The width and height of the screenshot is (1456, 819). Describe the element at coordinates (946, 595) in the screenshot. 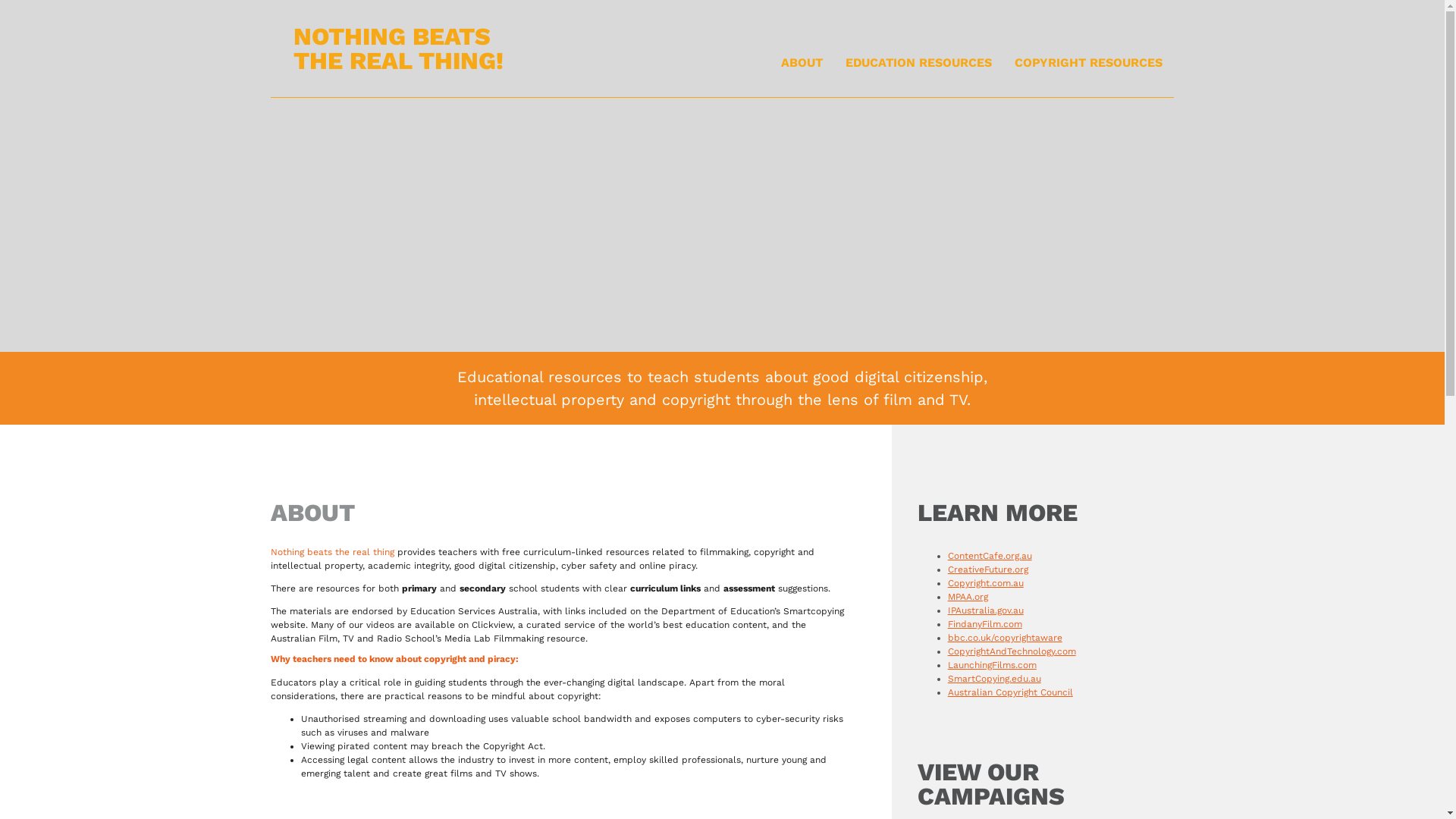

I see `'MPAA.org'` at that location.